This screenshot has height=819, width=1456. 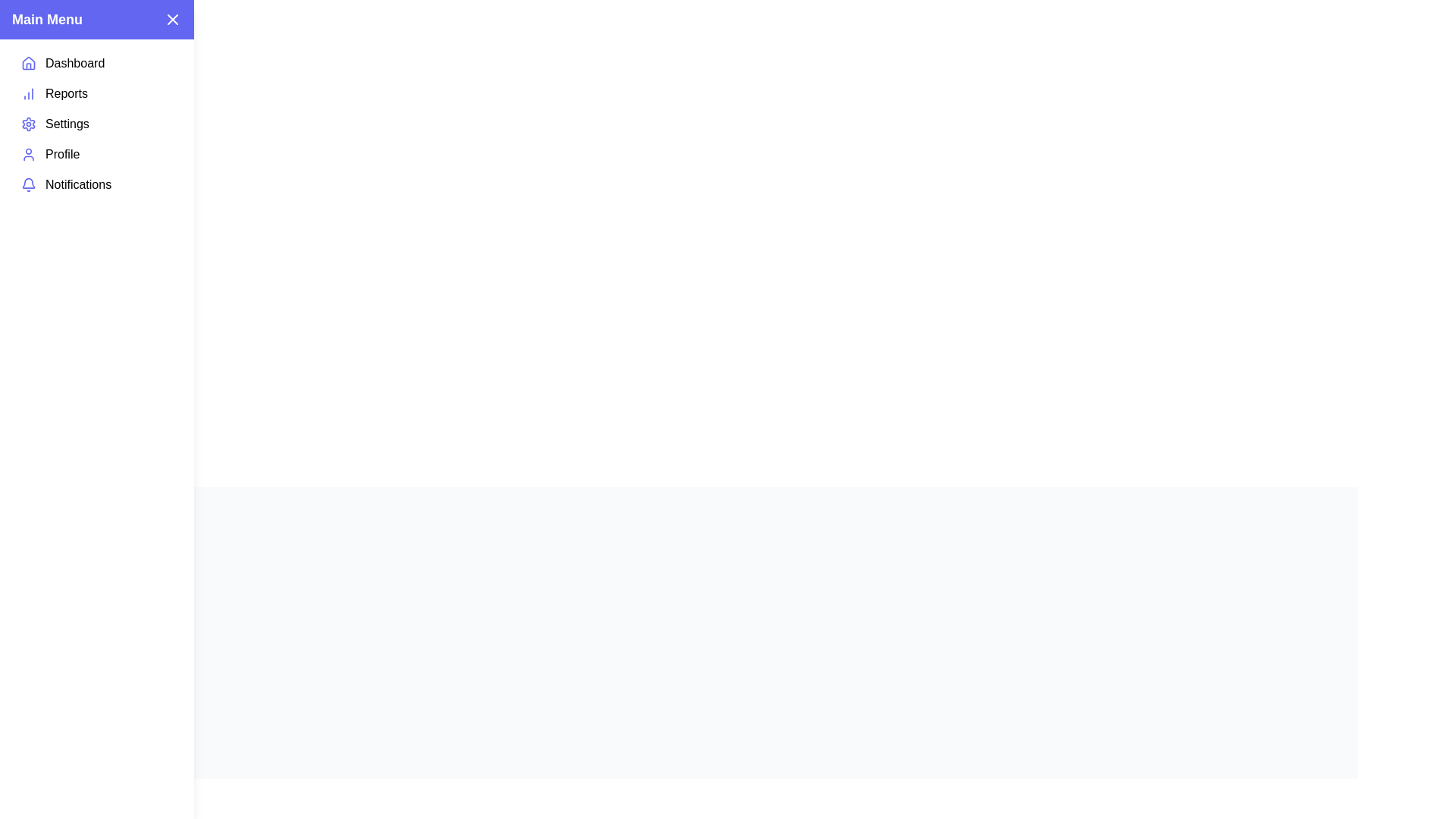 What do you see at coordinates (96, 155) in the screenshot?
I see `the fourth menu item in the sidebar, located between 'Settings' and 'Notifications'` at bounding box center [96, 155].